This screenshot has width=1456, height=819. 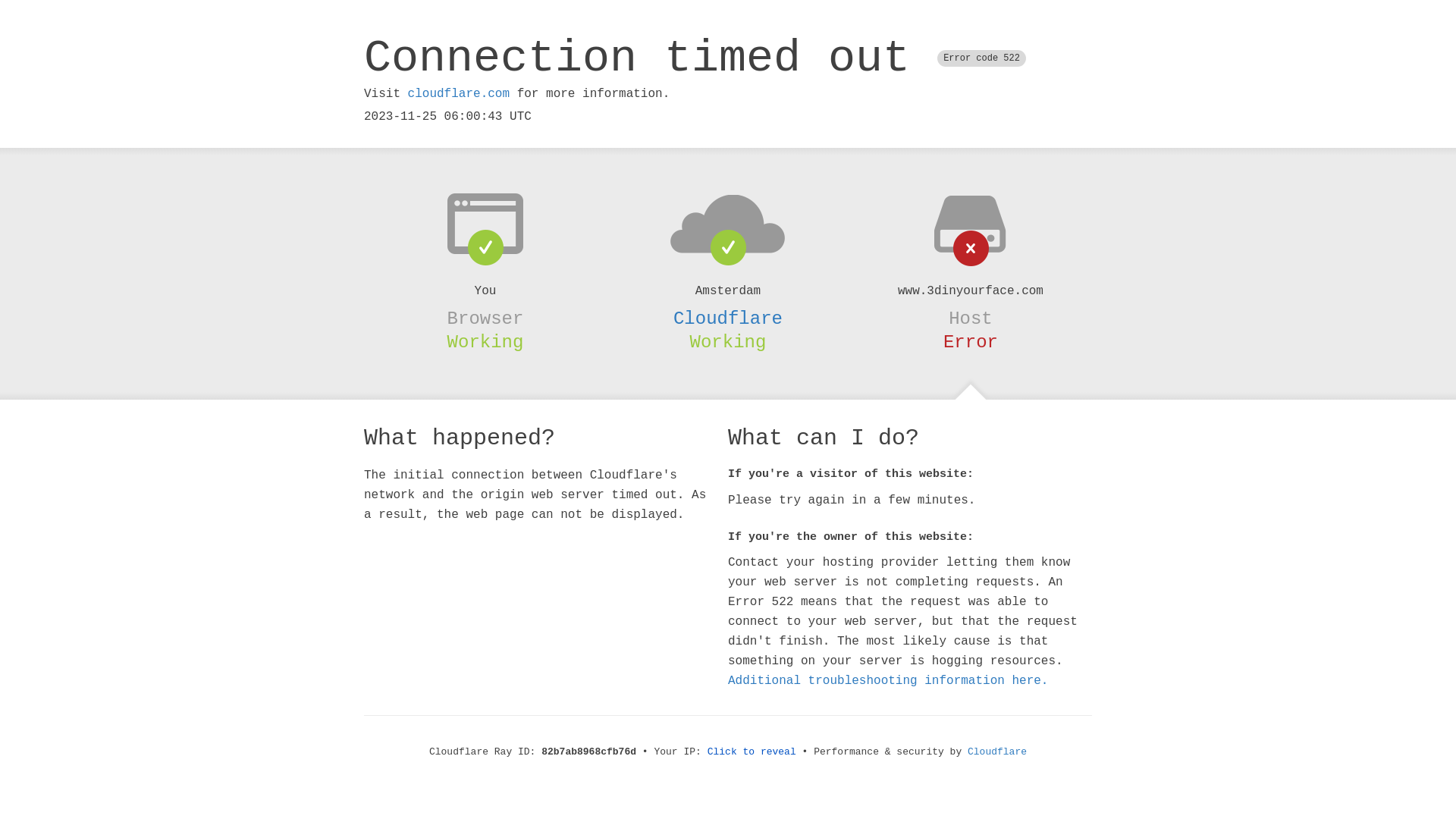 What do you see at coordinates (888, 680) in the screenshot?
I see `'Additional troubleshooting information here.'` at bounding box center [888, 680].